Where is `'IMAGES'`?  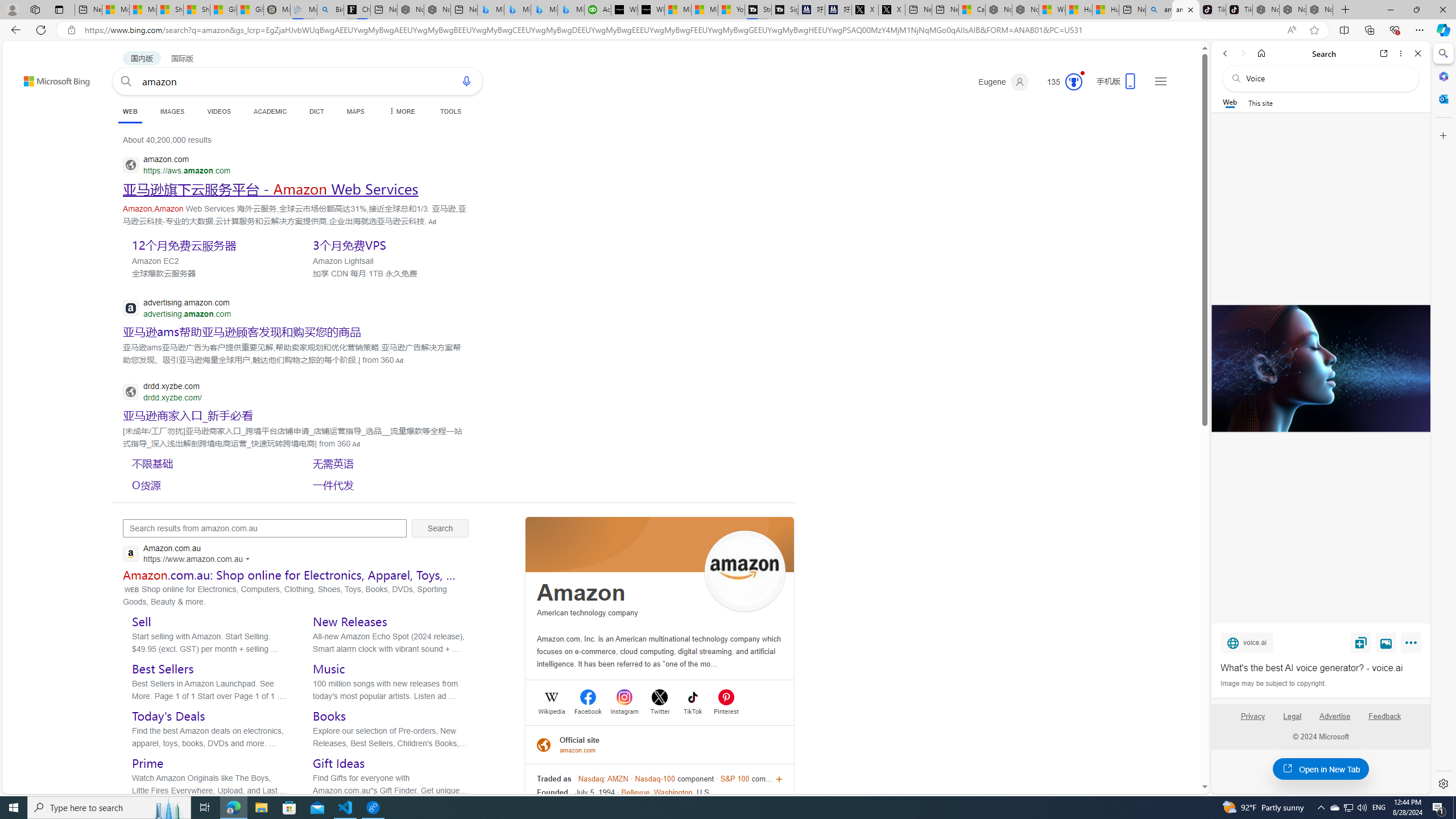
'IMAGES' is located at coordinates (172, 111).